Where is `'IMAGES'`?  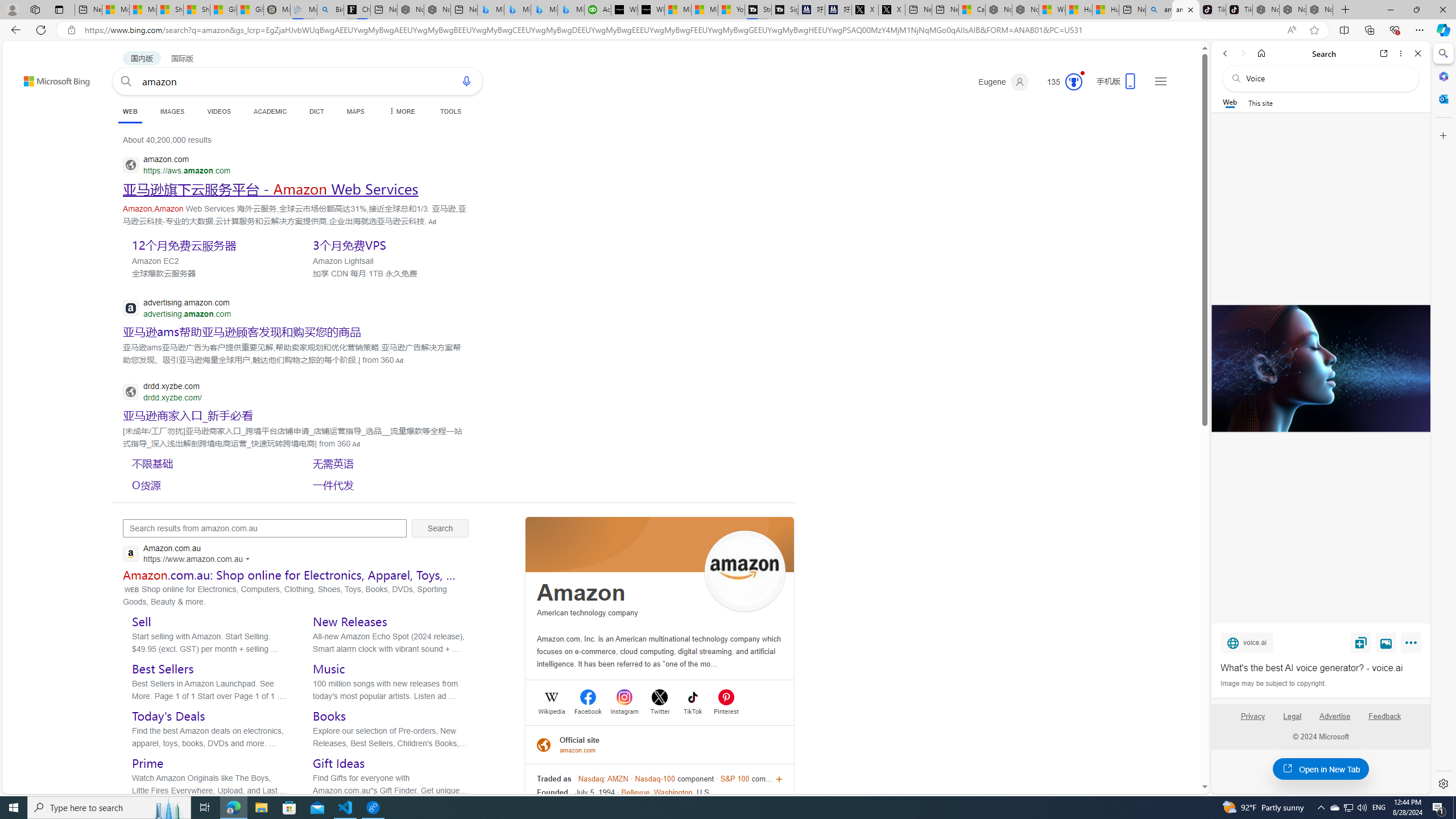
'IMAGES' is located at coordinates (172, 111).